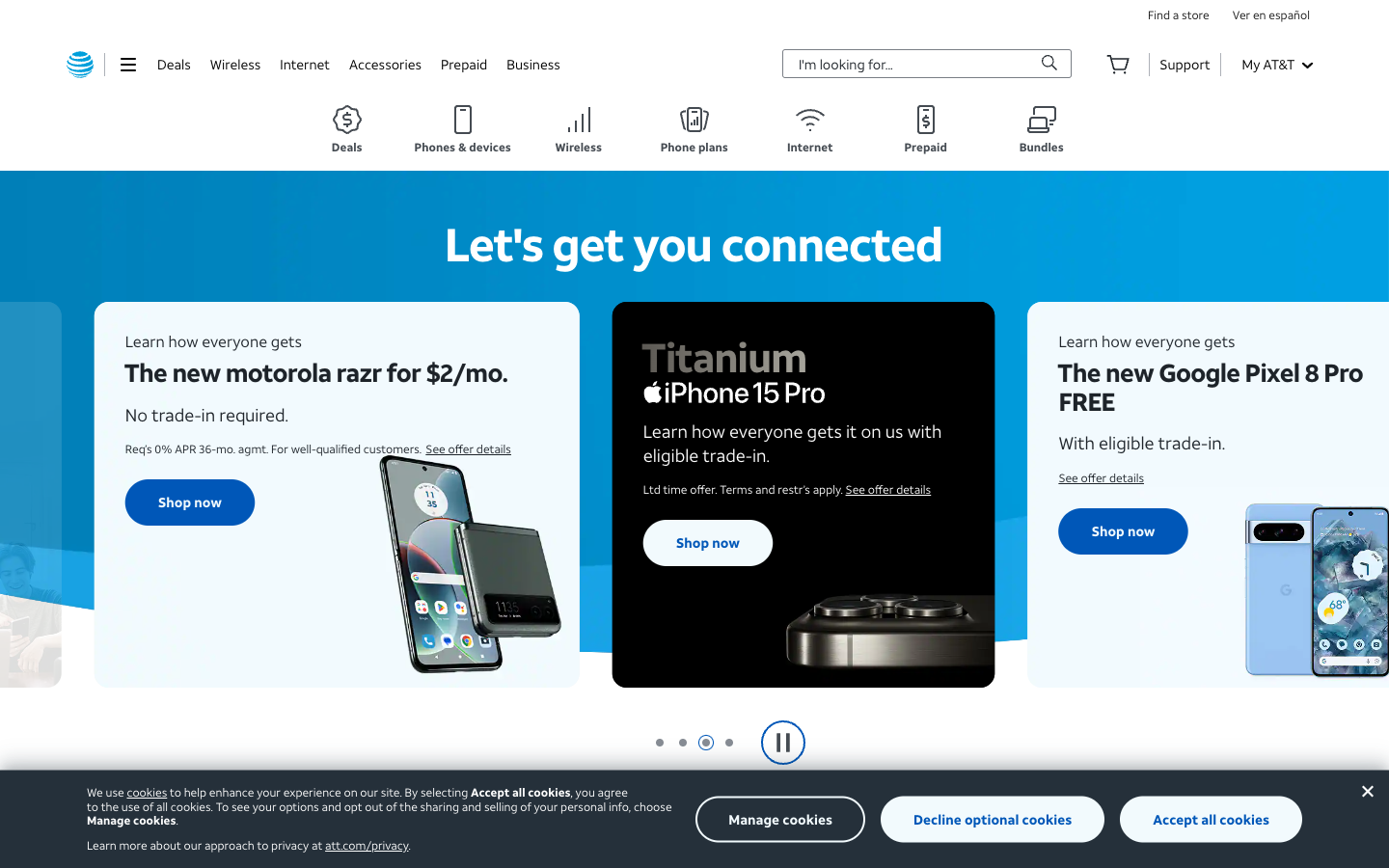 This screenshot has height=868, width=1389. I want to click on Inspect the Motorola Razr deal, so click(182, 518).